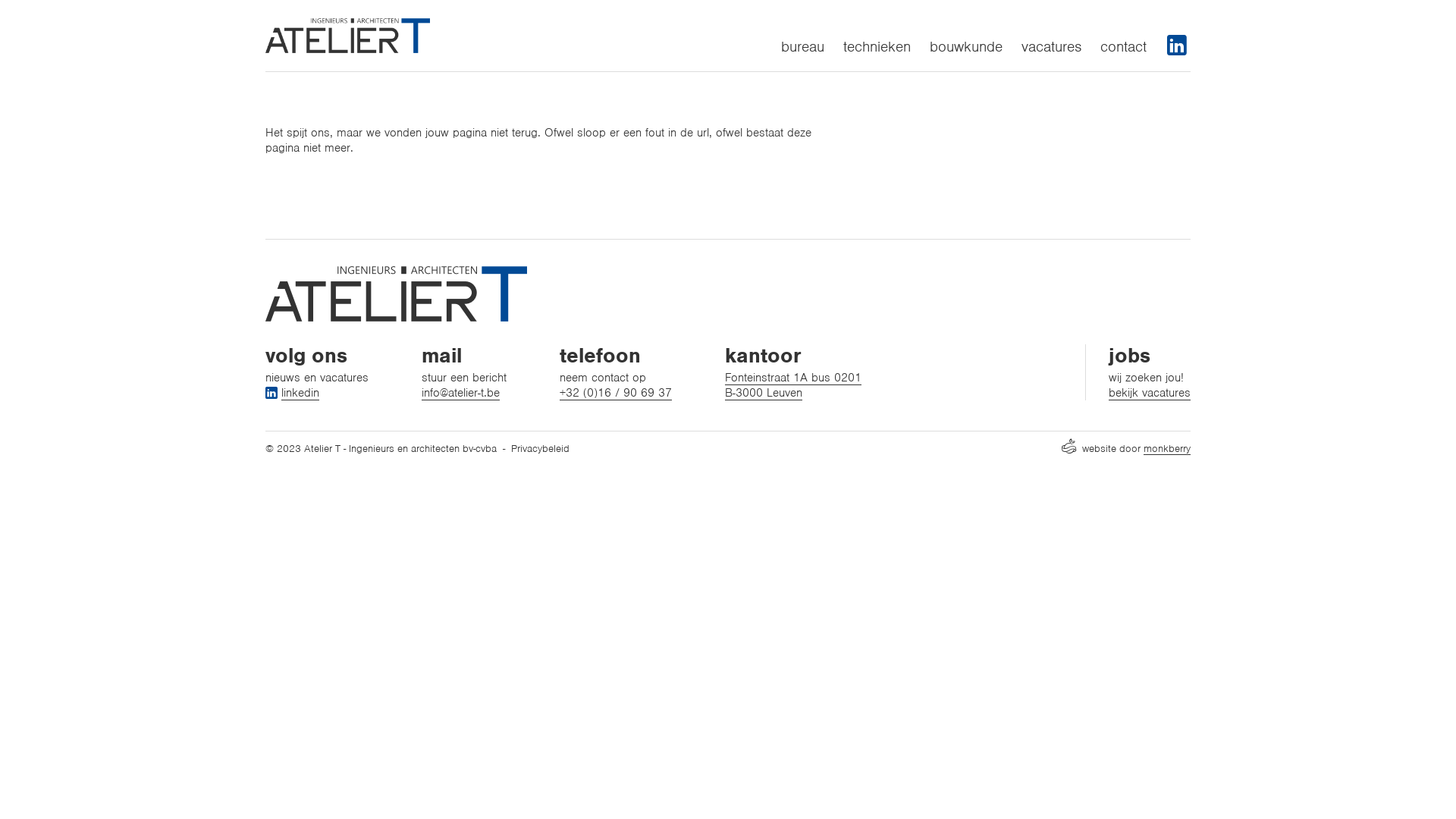 Image resolution: width=1456 pixels, height=819 pixels. I want to click on 'vacatures', so click(1050, 45).